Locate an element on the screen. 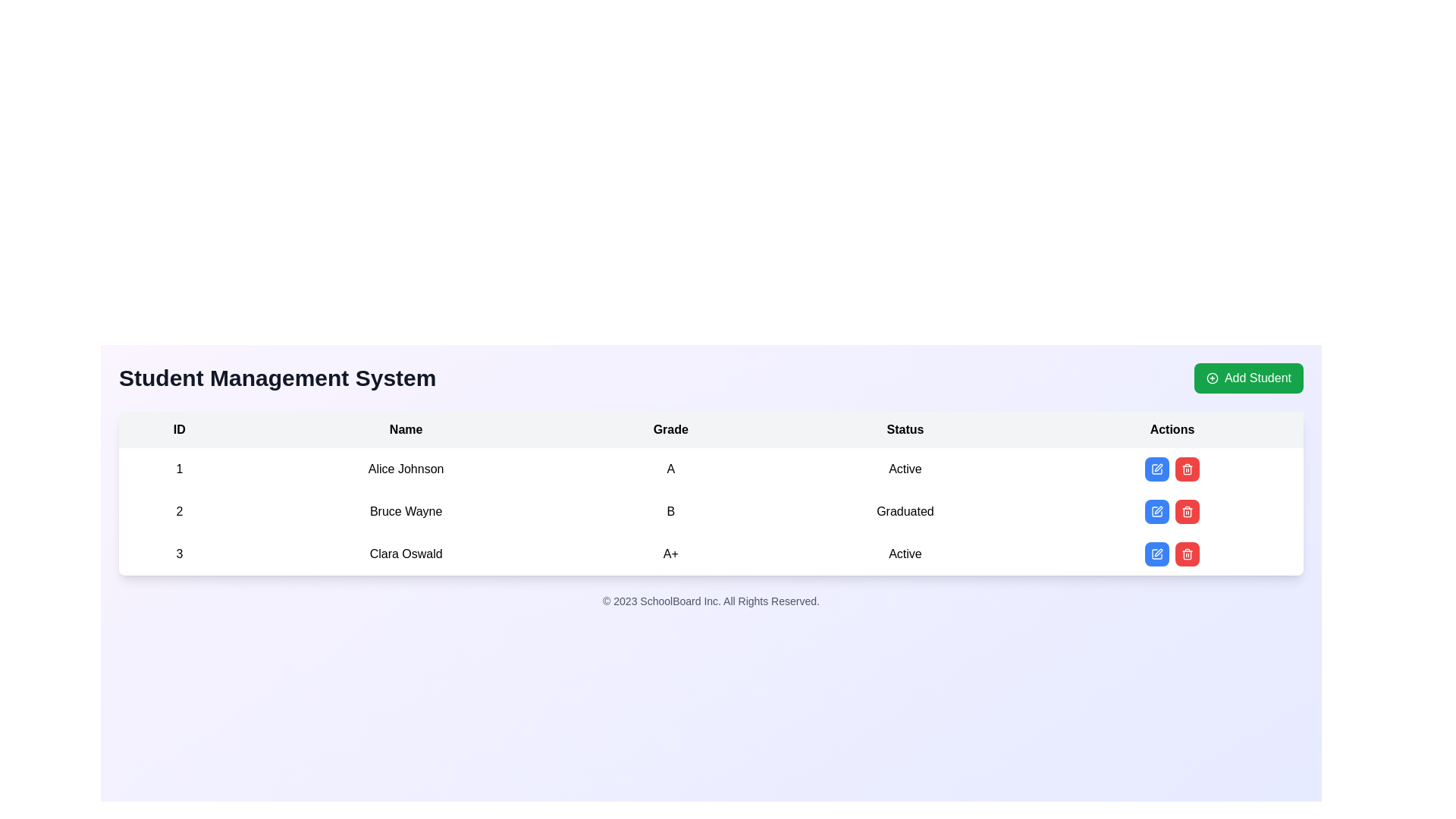  the rectangular section of the trash icon representing the delete action for the row associated with 'Bruce Wayne', located in the 'Actions' column on the right side of the row next to the blue edit icon is located at coordinates (1186, 555).